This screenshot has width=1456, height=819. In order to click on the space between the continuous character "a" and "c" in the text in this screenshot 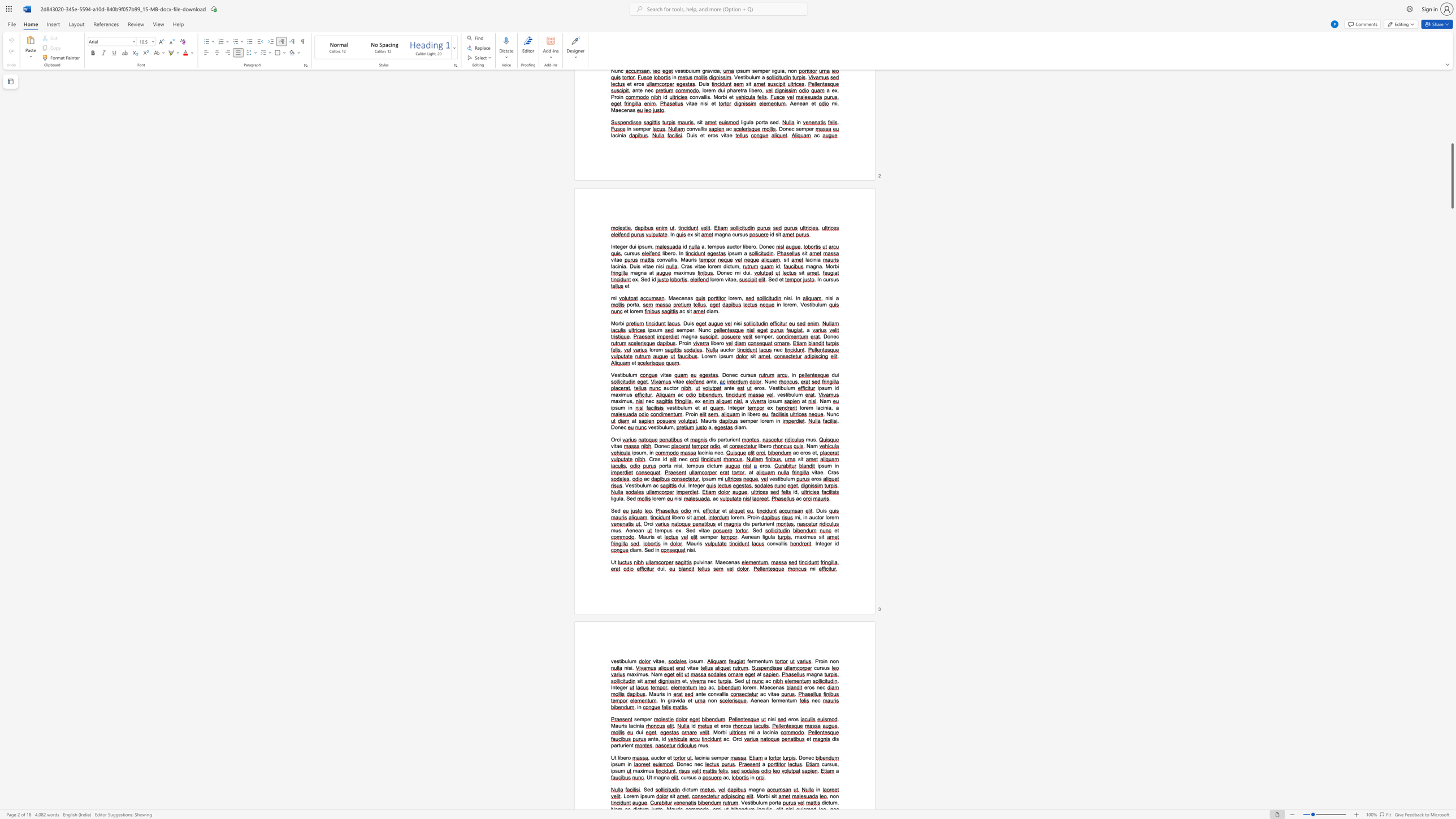, I will do `click(762, 694)`.